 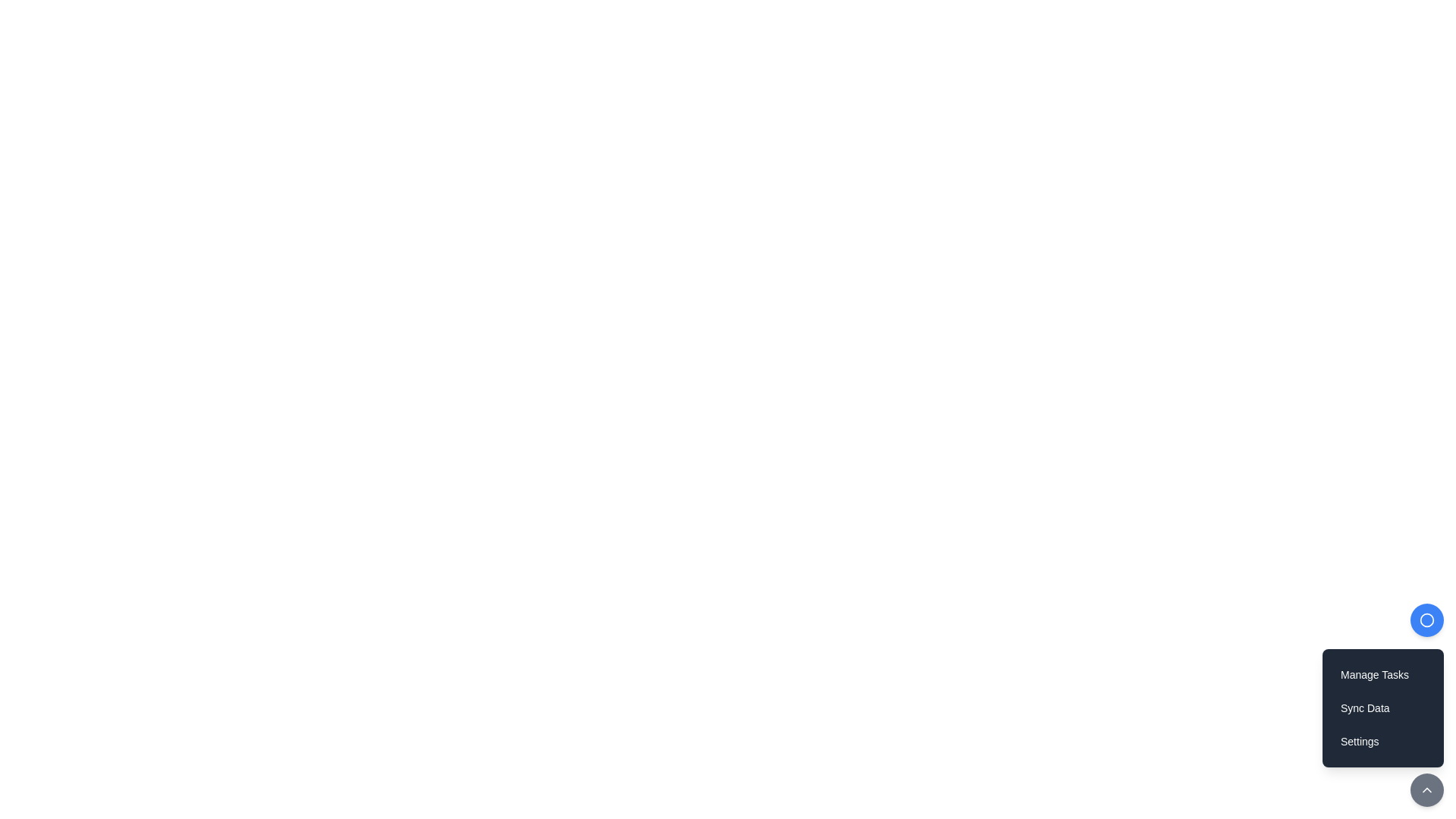 I want to click on the upward-pointing chevron-style arrow icon within its gray circular button located in the bottom-right corner of the interface, so click(x=1426, y=789).